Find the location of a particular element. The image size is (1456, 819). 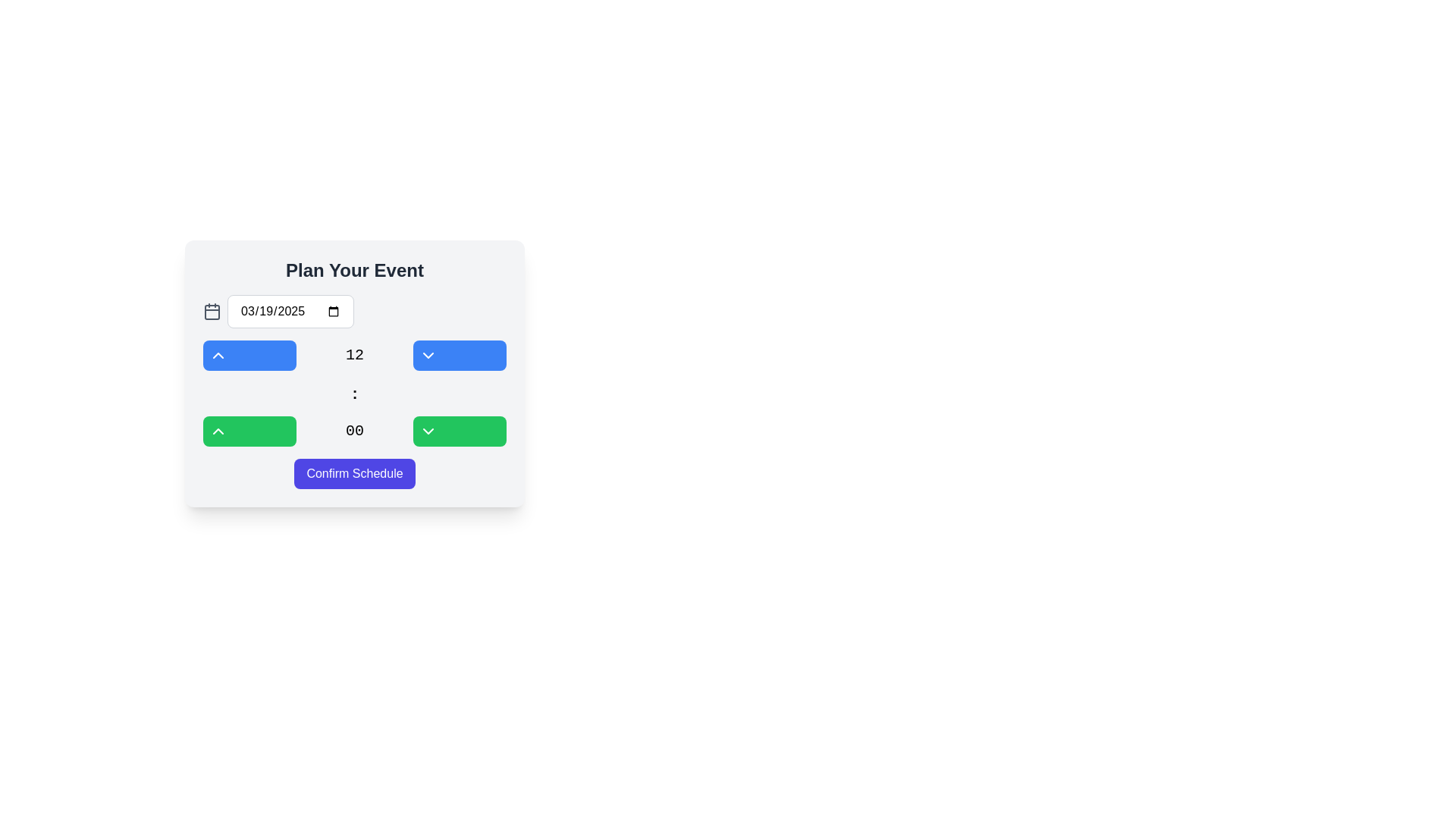

the chevron-shaped arrow SVG icon, which is visually centered within a blue rectangular button located on the left part of the interface is located at coordinates (218, 356).